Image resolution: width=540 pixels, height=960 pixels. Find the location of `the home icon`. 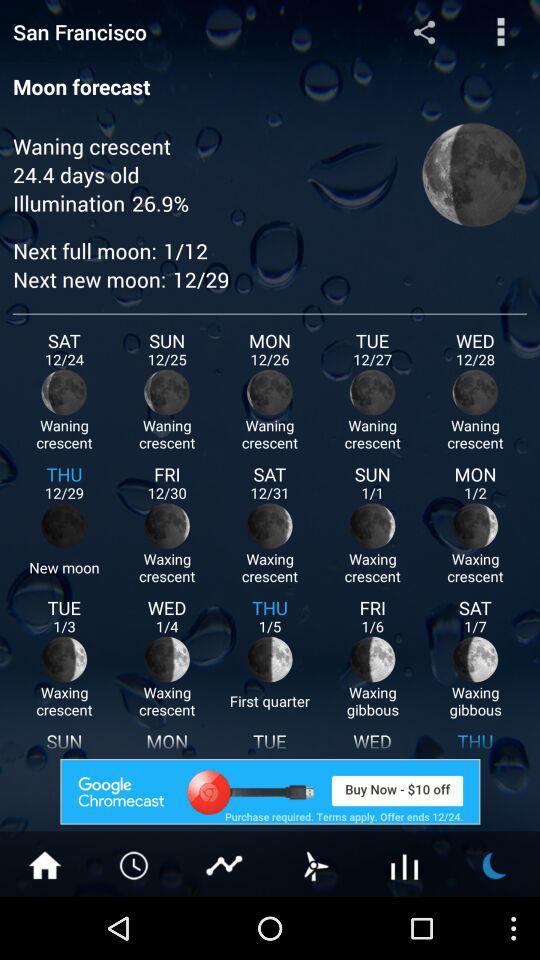

the home icon is located at coordinates (44, 925).